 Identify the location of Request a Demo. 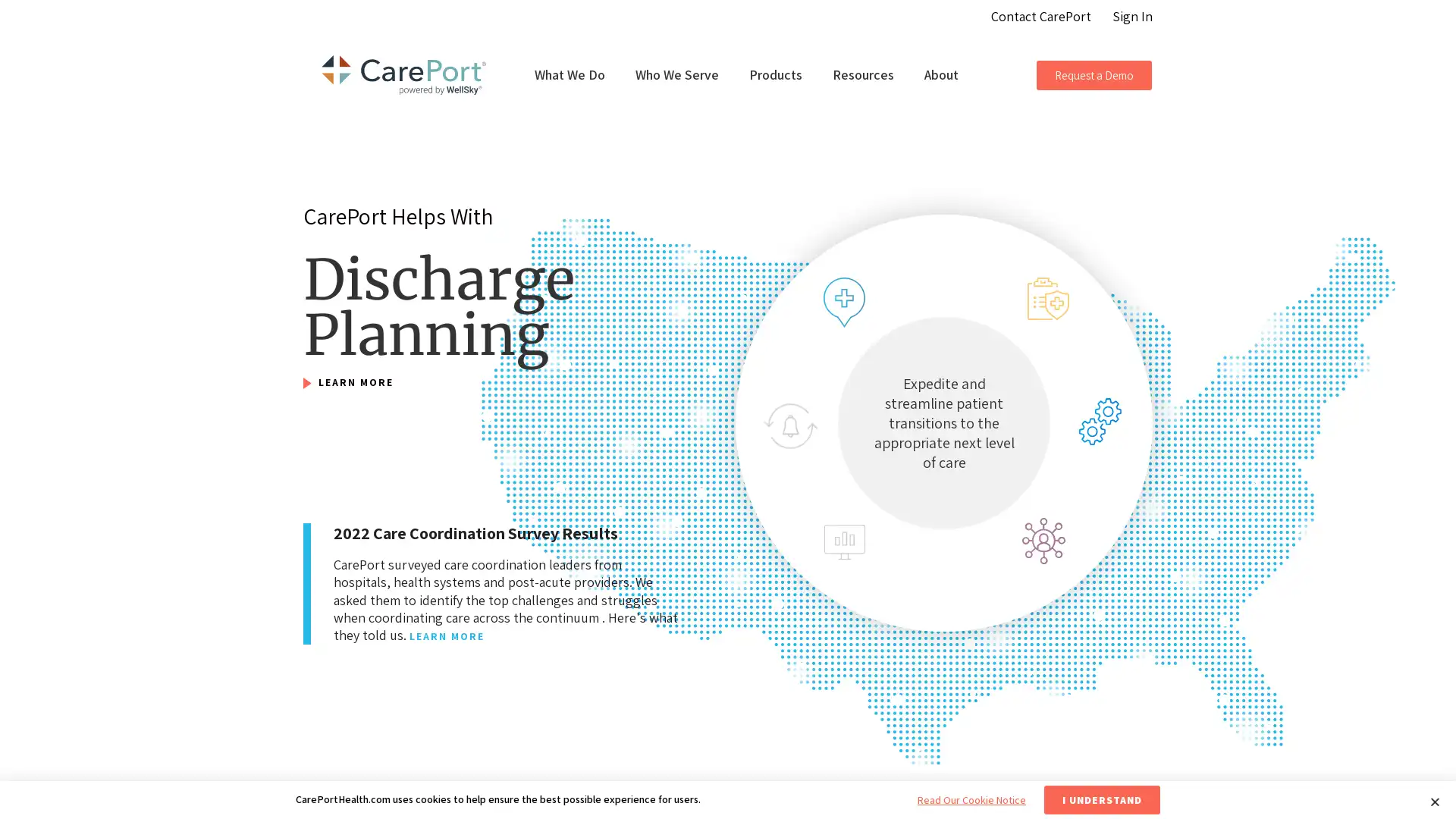
(1094, 74).